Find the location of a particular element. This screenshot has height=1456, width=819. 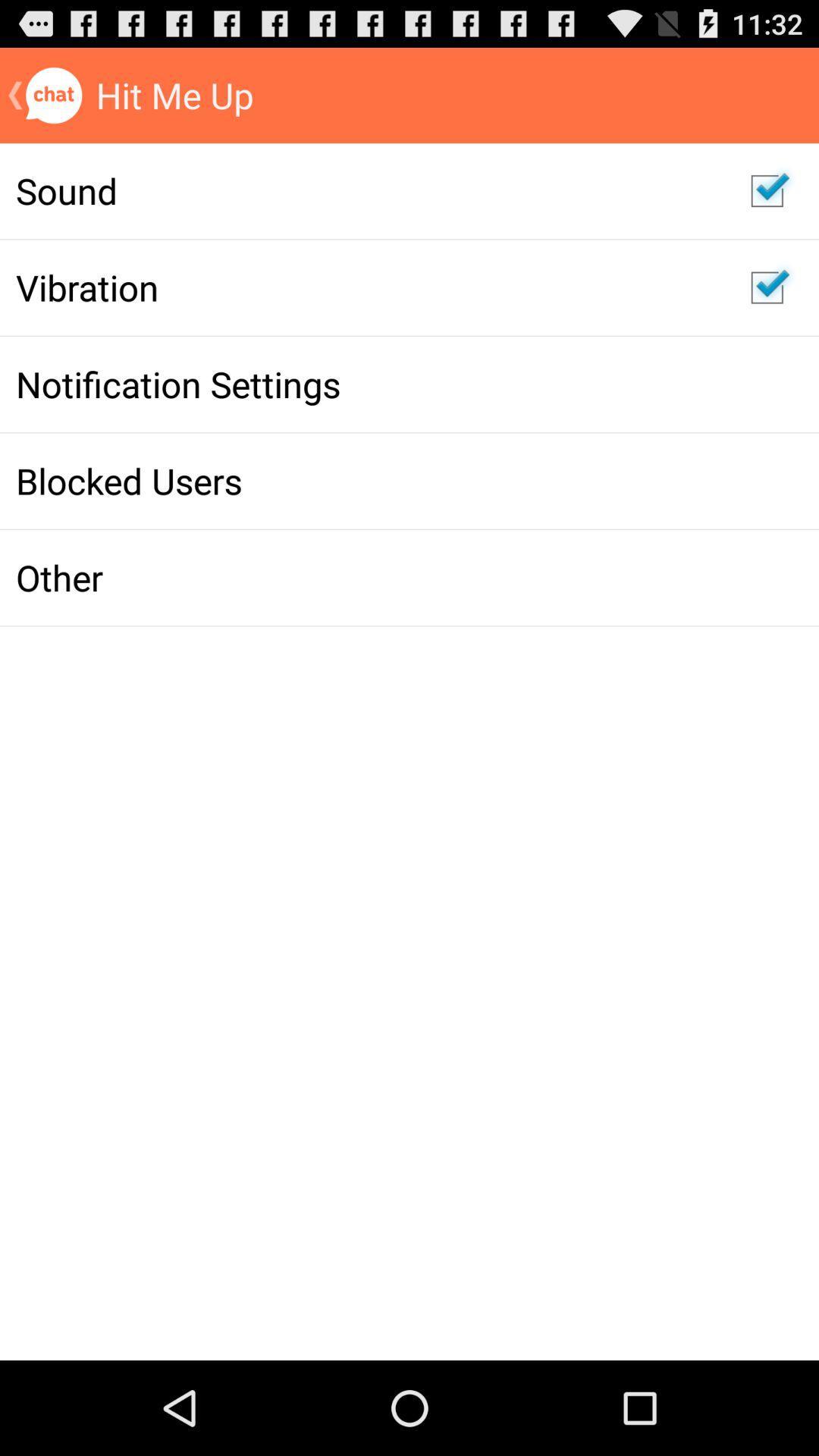

item below the blocked users item is located at coordinates (367, 576).